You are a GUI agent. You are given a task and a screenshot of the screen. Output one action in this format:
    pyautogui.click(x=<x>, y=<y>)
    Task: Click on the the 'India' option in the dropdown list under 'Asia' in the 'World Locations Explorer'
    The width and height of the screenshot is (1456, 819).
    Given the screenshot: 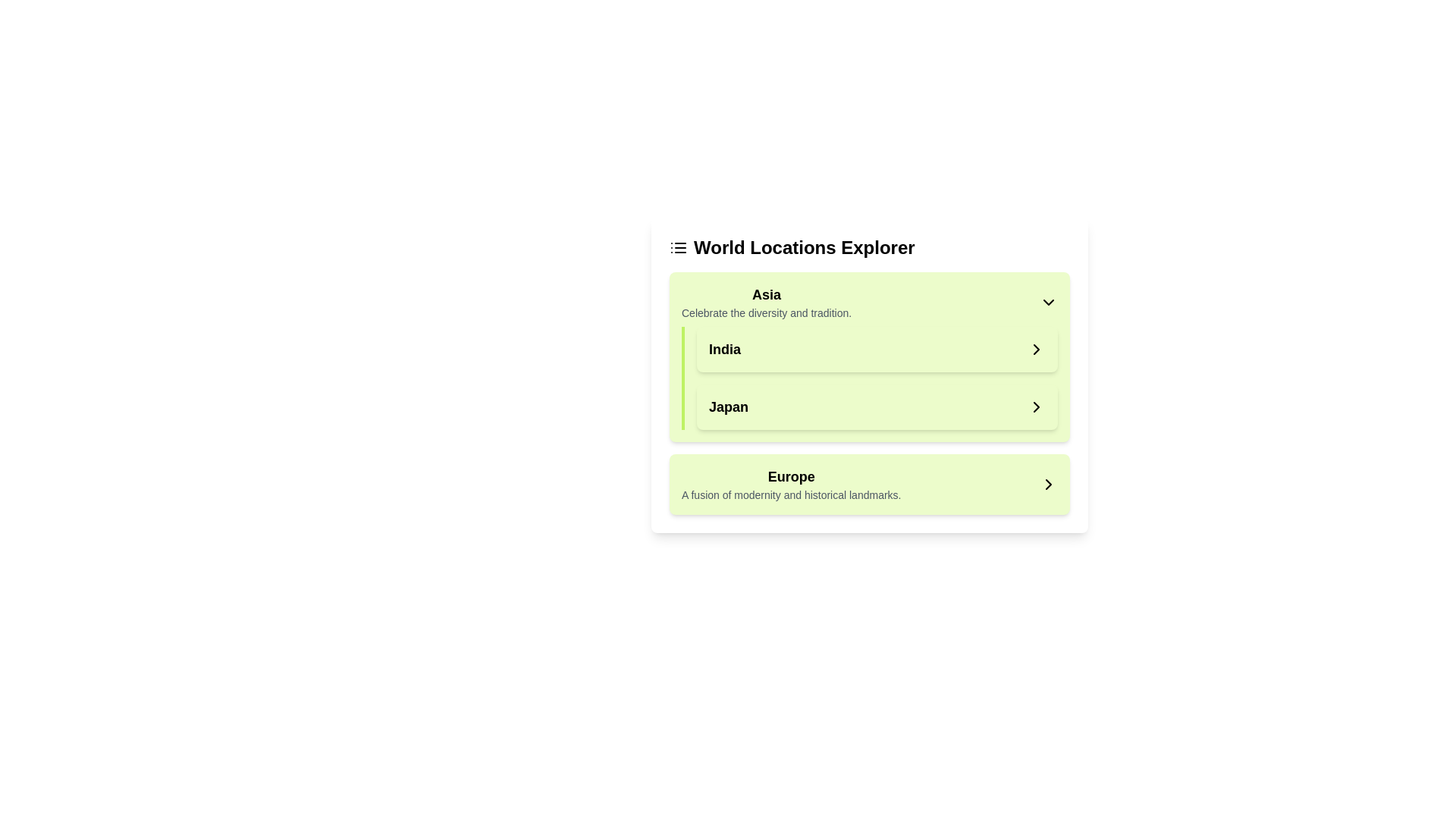 What is the action you would take?
    pyautogui.click(x=723, y=350)
    